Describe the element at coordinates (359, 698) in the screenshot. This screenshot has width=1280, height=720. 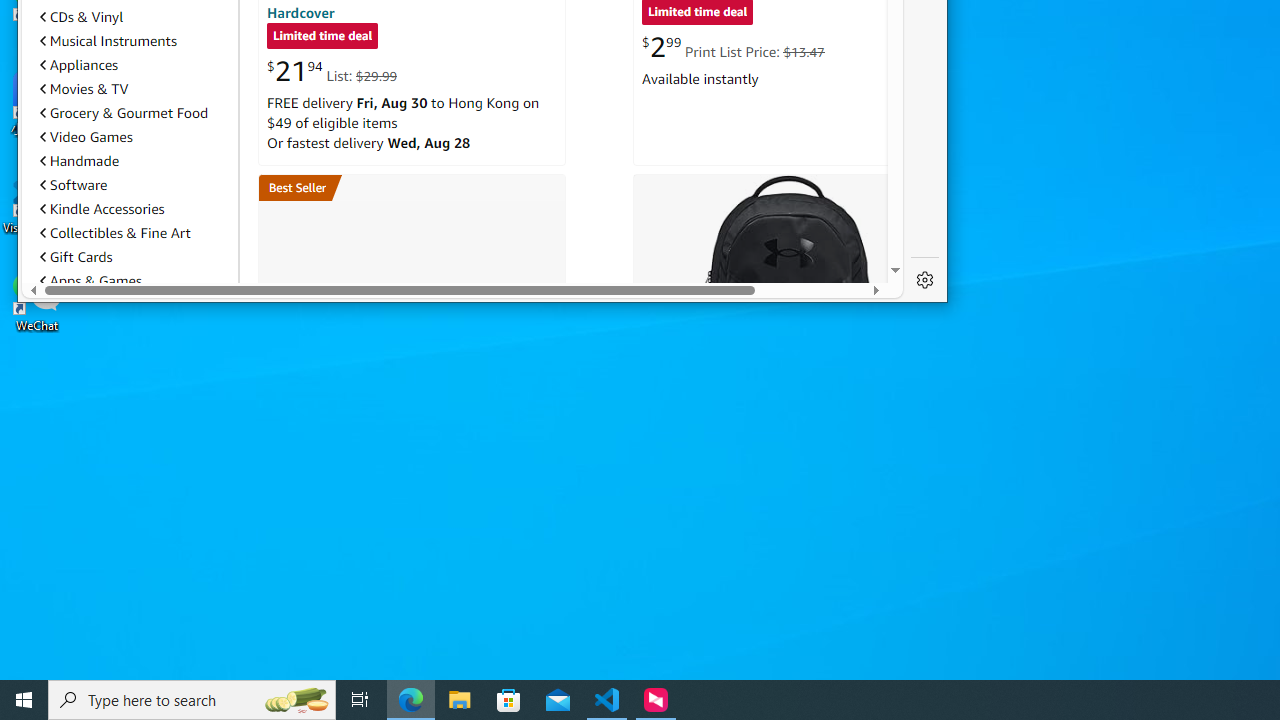
I see `'Task View'` at that location.